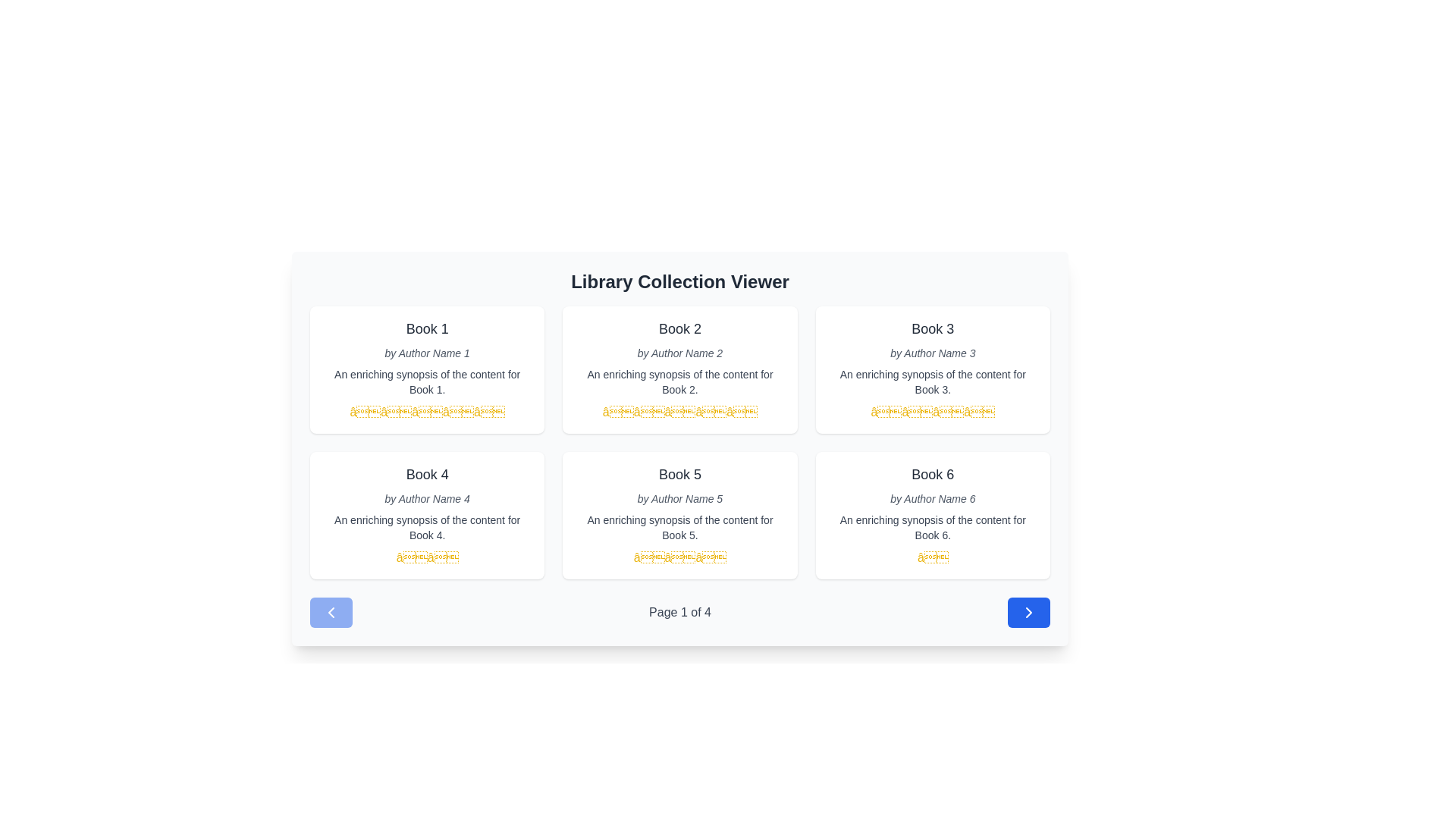 This screenshot has height=819, width=1456. What do you see at coordinates (365, 412) in the screenshot?
I see `the first star in the five-star rating system located below the description text of 'Book 1', which is the first card in the top row of the library collection view` at bounding box center [365, 412].